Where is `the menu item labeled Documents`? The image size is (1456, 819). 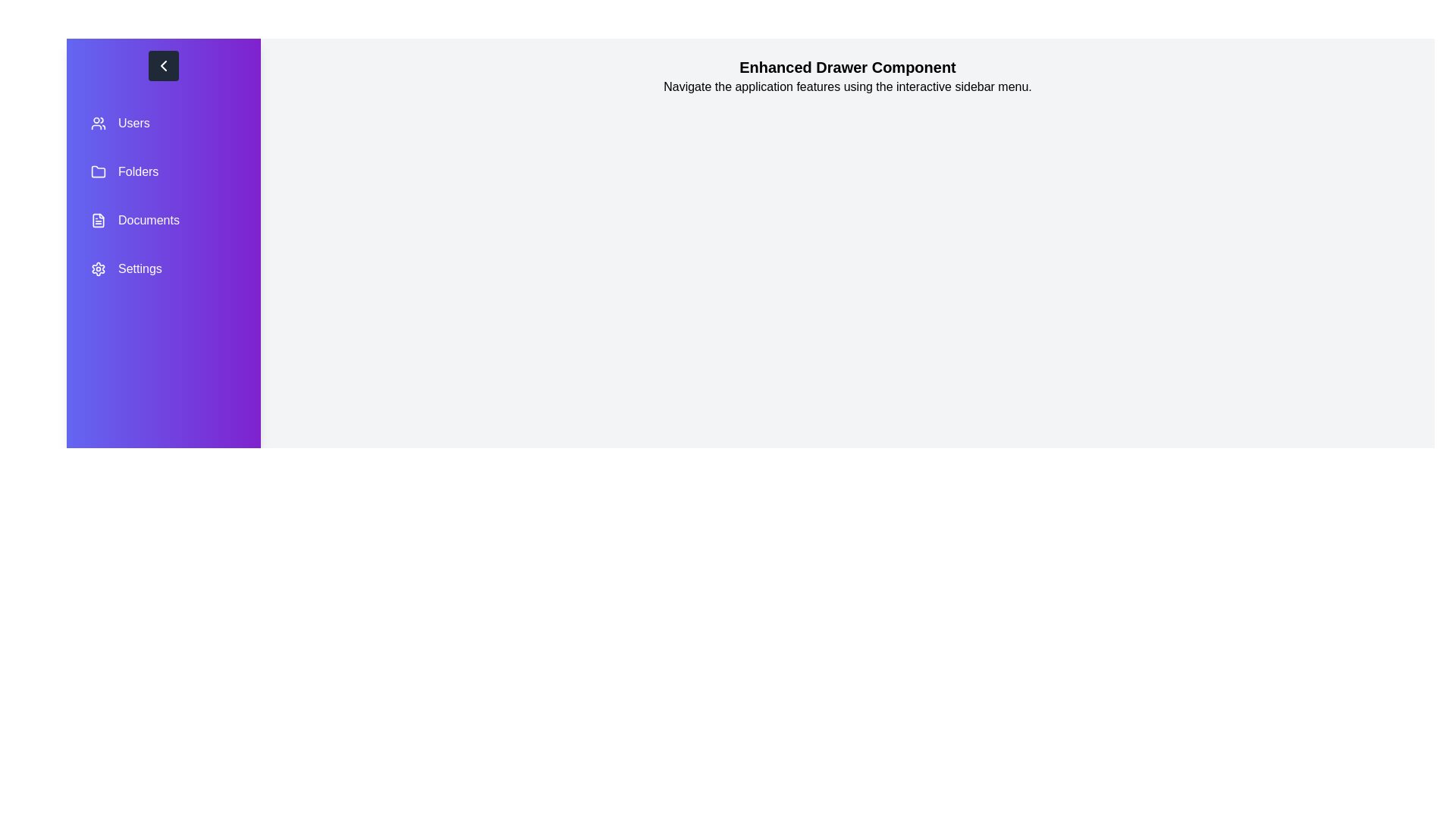
the menu item labeled Documents is located at coordinates (164, 220).